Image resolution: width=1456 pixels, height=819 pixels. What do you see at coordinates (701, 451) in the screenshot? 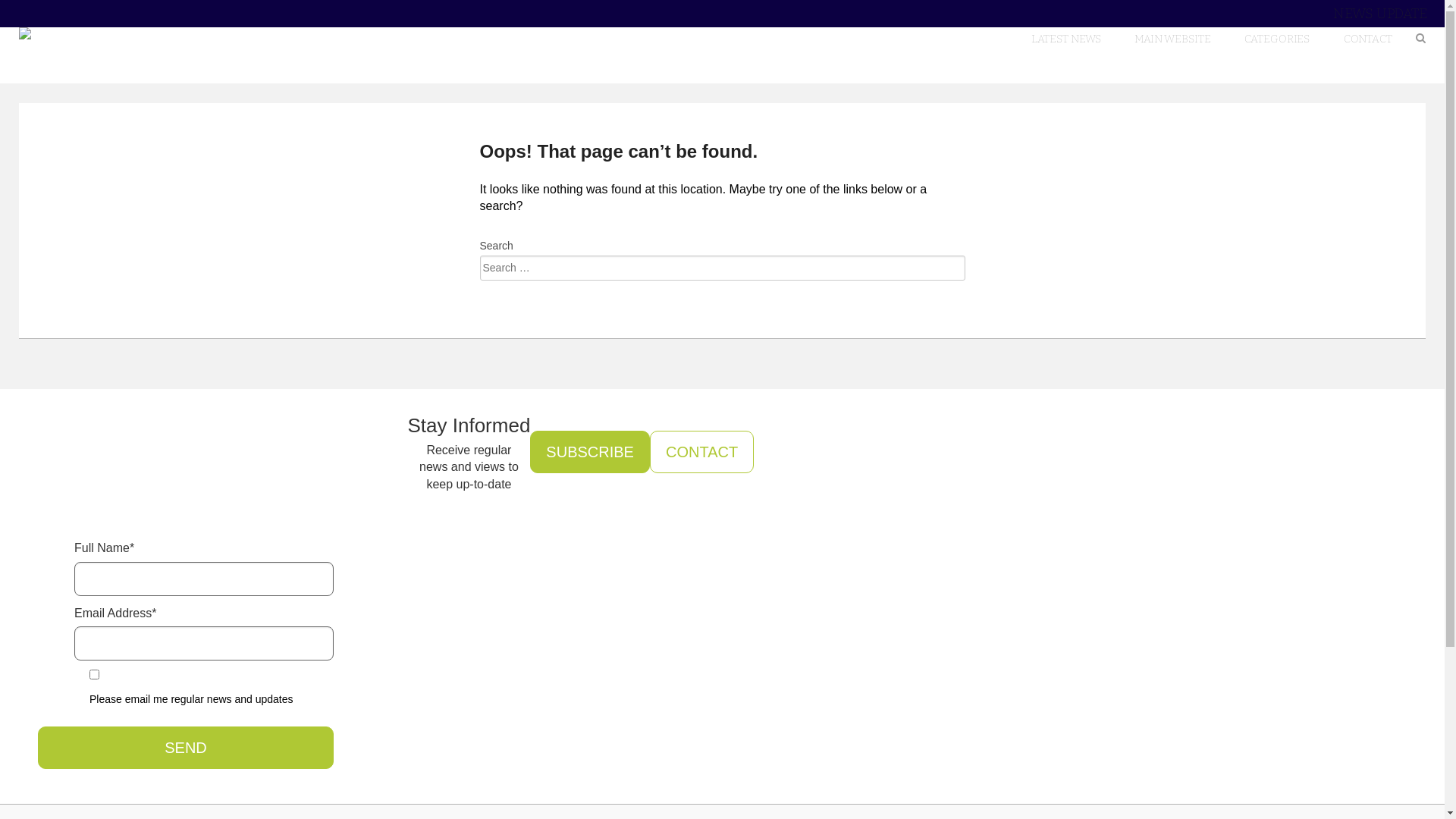
I see `'CONTACT'` at bounding box center [701, 451].